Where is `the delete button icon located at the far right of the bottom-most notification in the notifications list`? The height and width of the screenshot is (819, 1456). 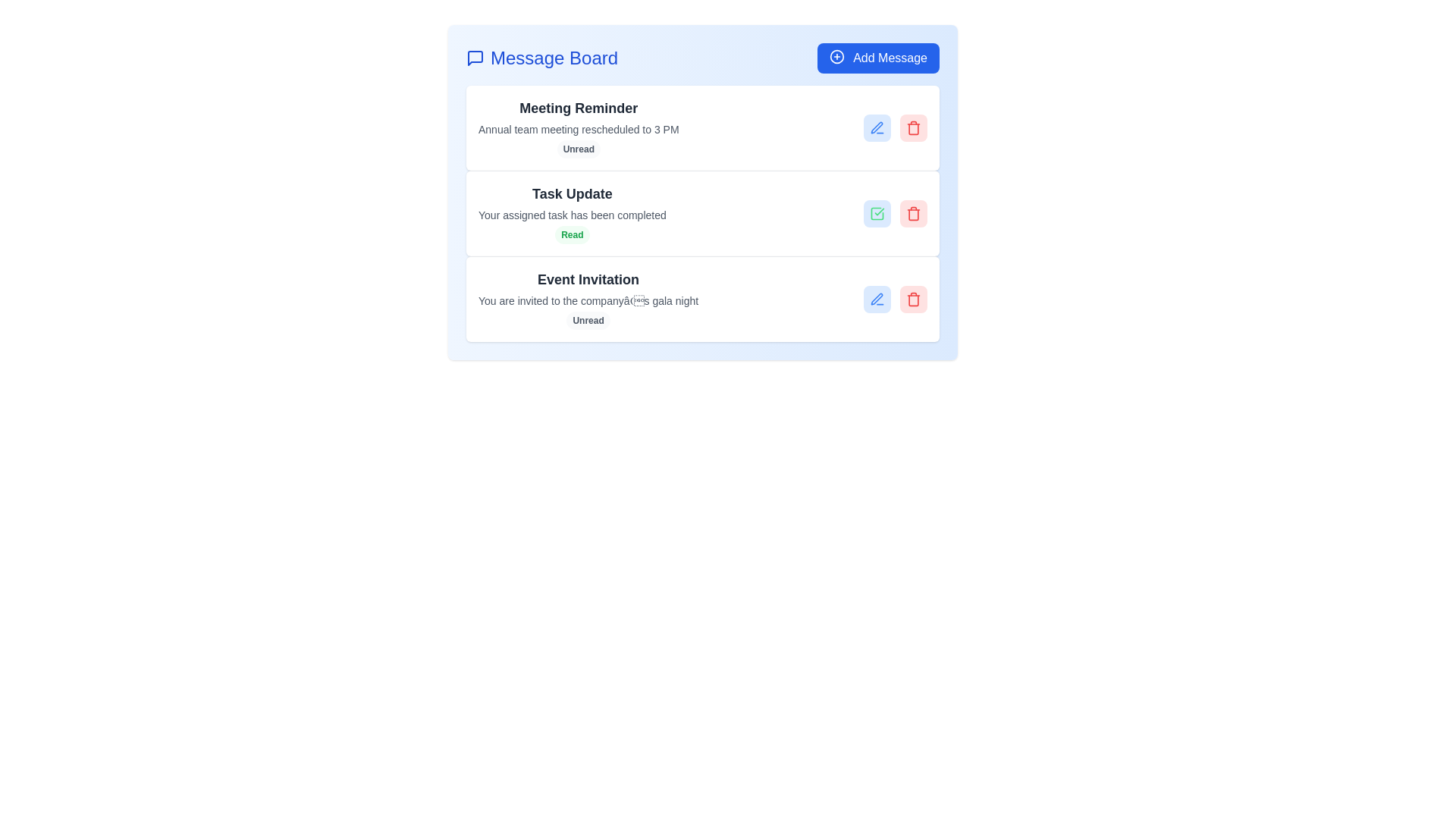 the delete button icon located at the far right of the bottom-most notification in the notifications list is located at coordinates (912, 300).